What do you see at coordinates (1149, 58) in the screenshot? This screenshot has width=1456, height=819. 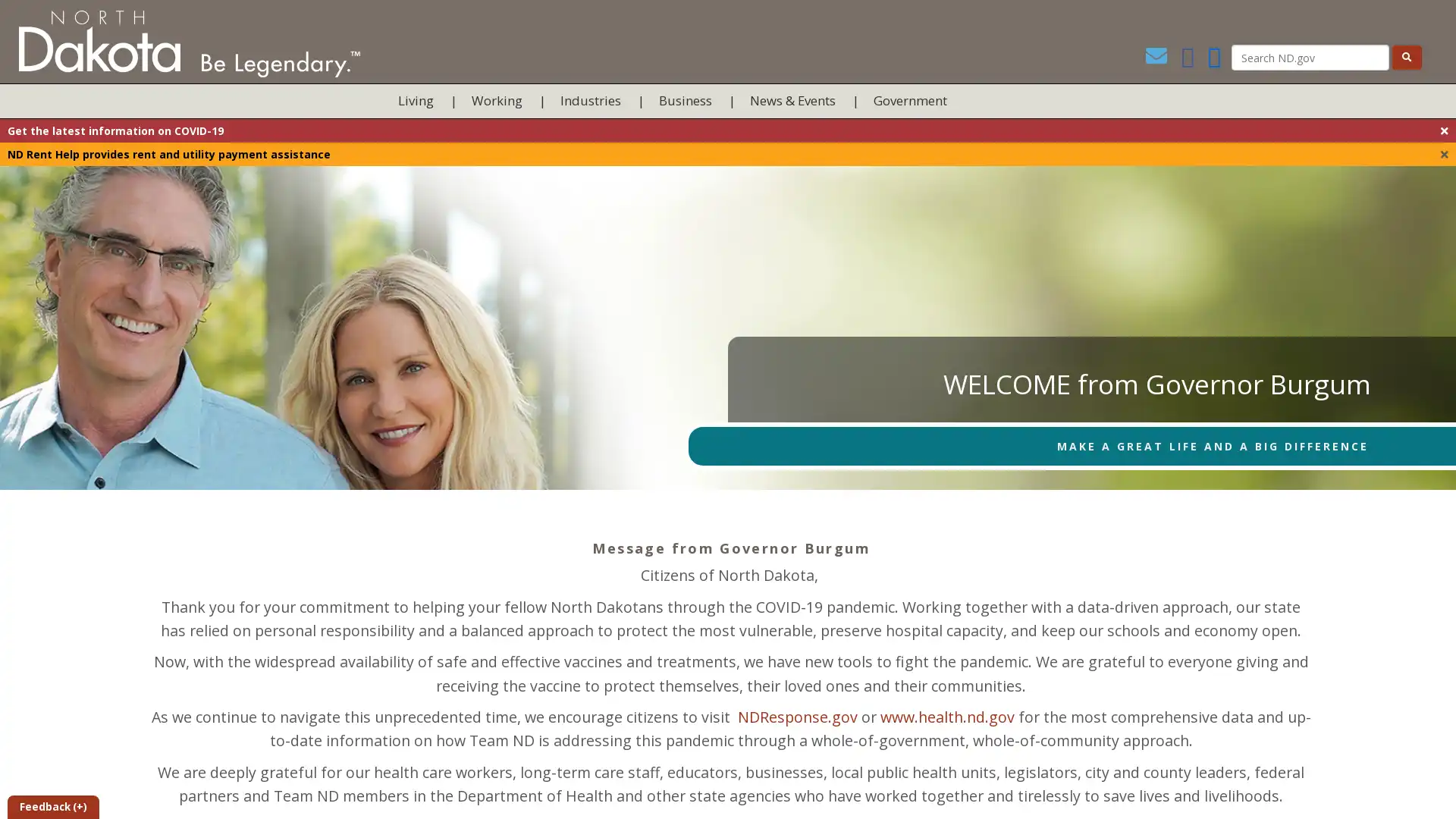 I see `Contact Us` at bounding box center [1149, 58].